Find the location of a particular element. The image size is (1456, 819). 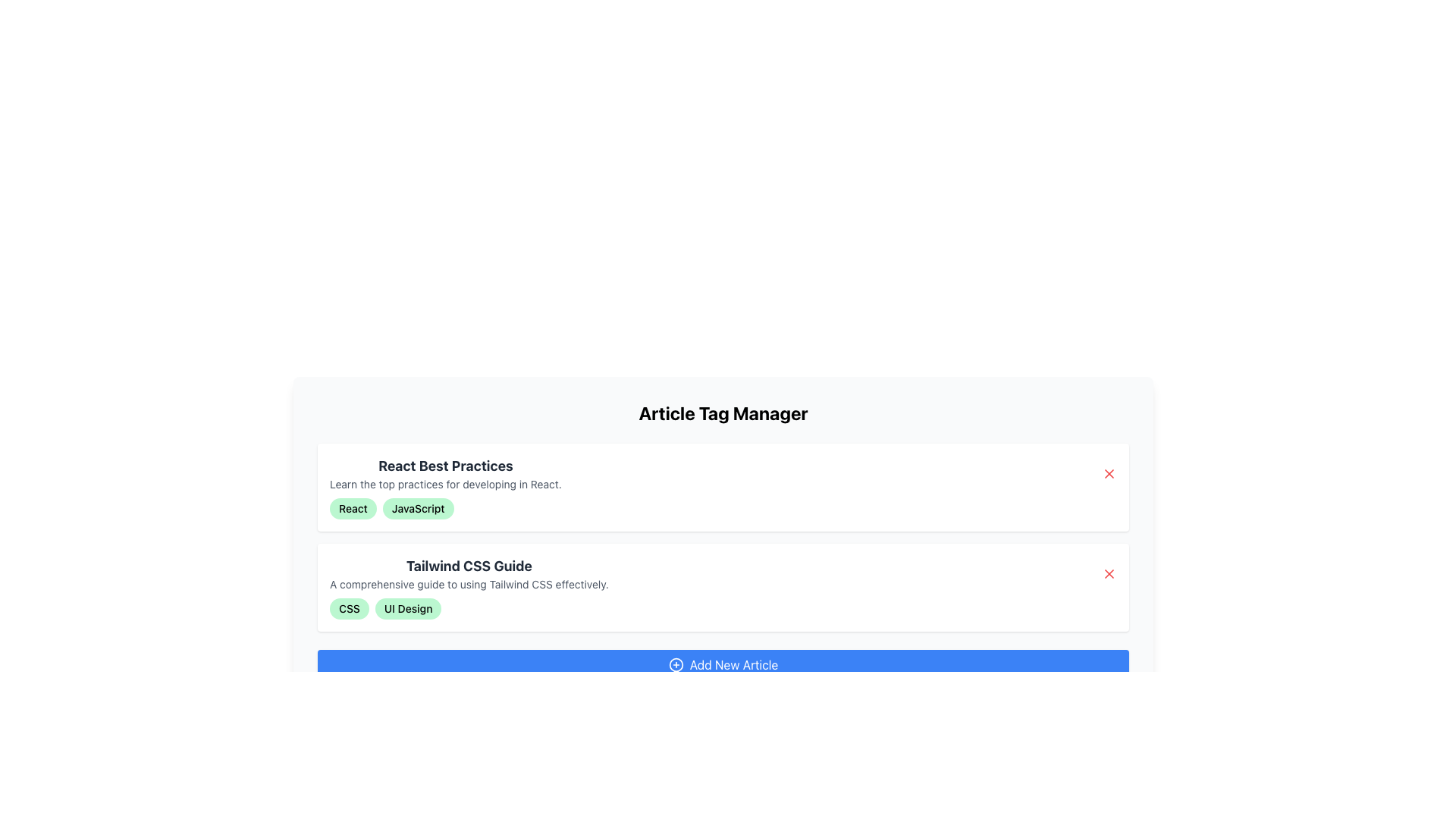

the text display that reads 'A comprehensive guide to using Tailwind CSS effectively.' positioned beneath the 'Tailwind CSS Guide' header is located at coordinates (468, 584).